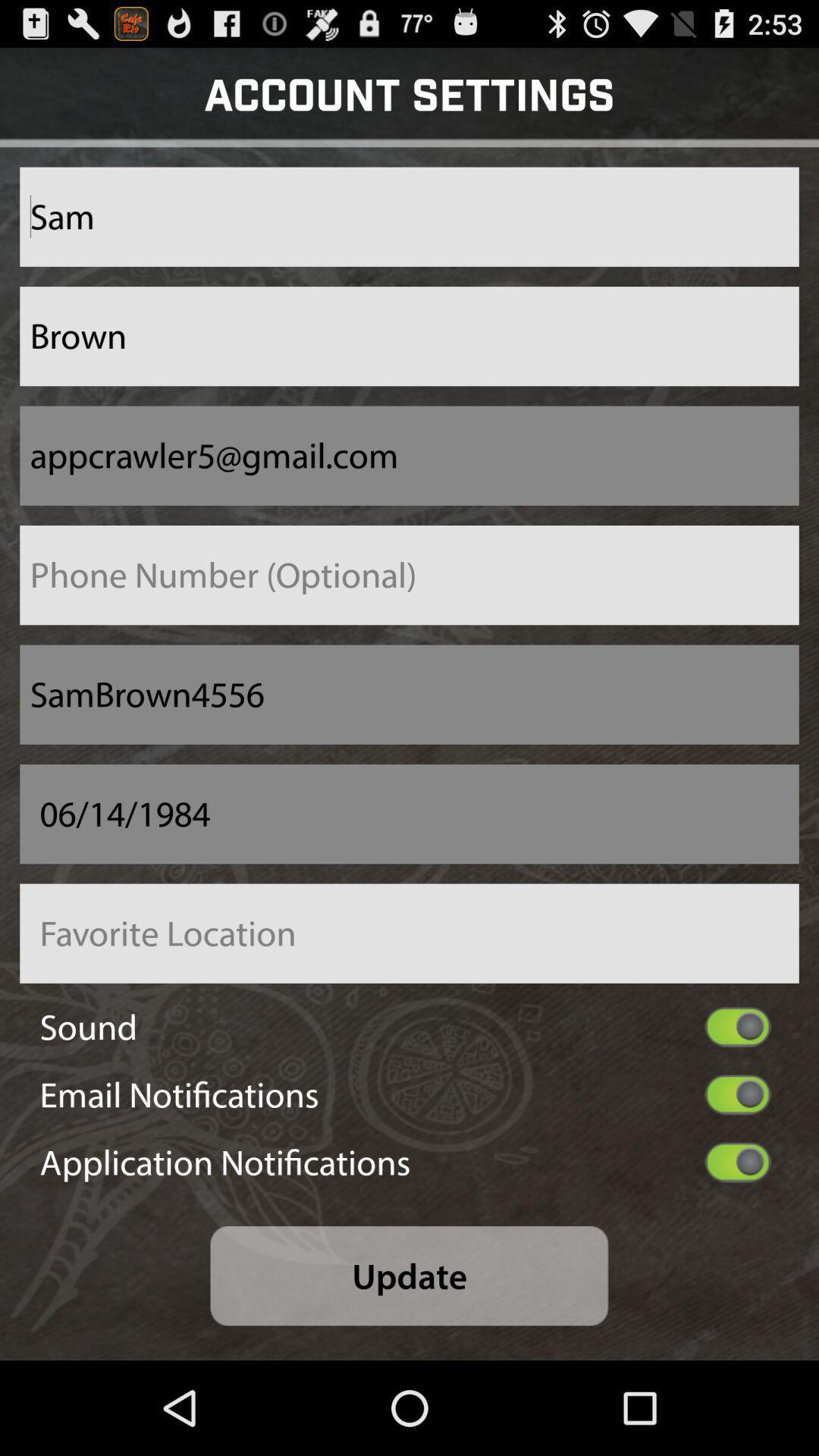 This screenshot has height=1456, width=819. Describe the element at coordinates (737, 1027) in the screenshot. I see `option` at that location.